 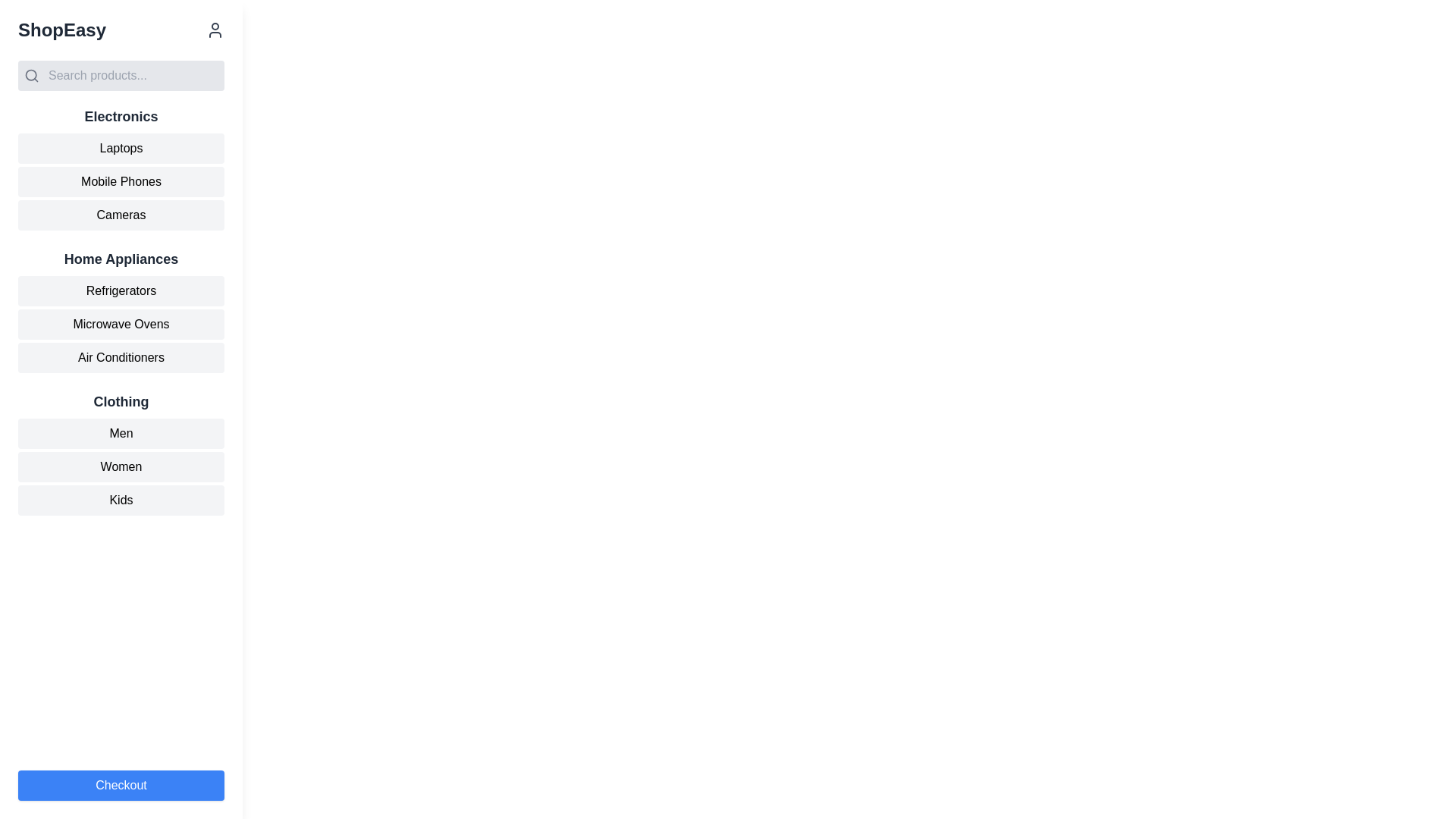 I want to click on the 'Men' button located at the top of the vertical button group under the 'Clothing' heading in the sidebar menu, so click(x=120, y=433).